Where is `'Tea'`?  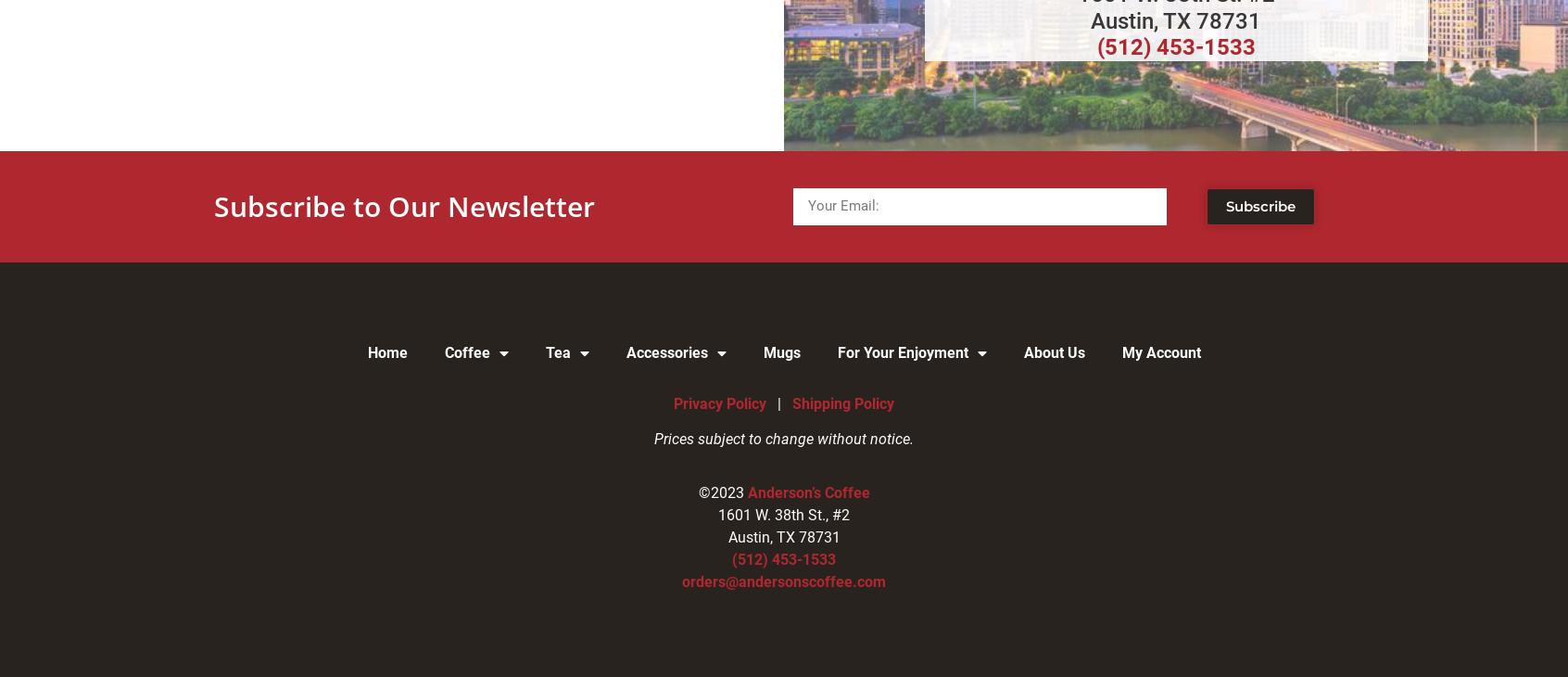
'Tea' is located at coordinates (556, 351).